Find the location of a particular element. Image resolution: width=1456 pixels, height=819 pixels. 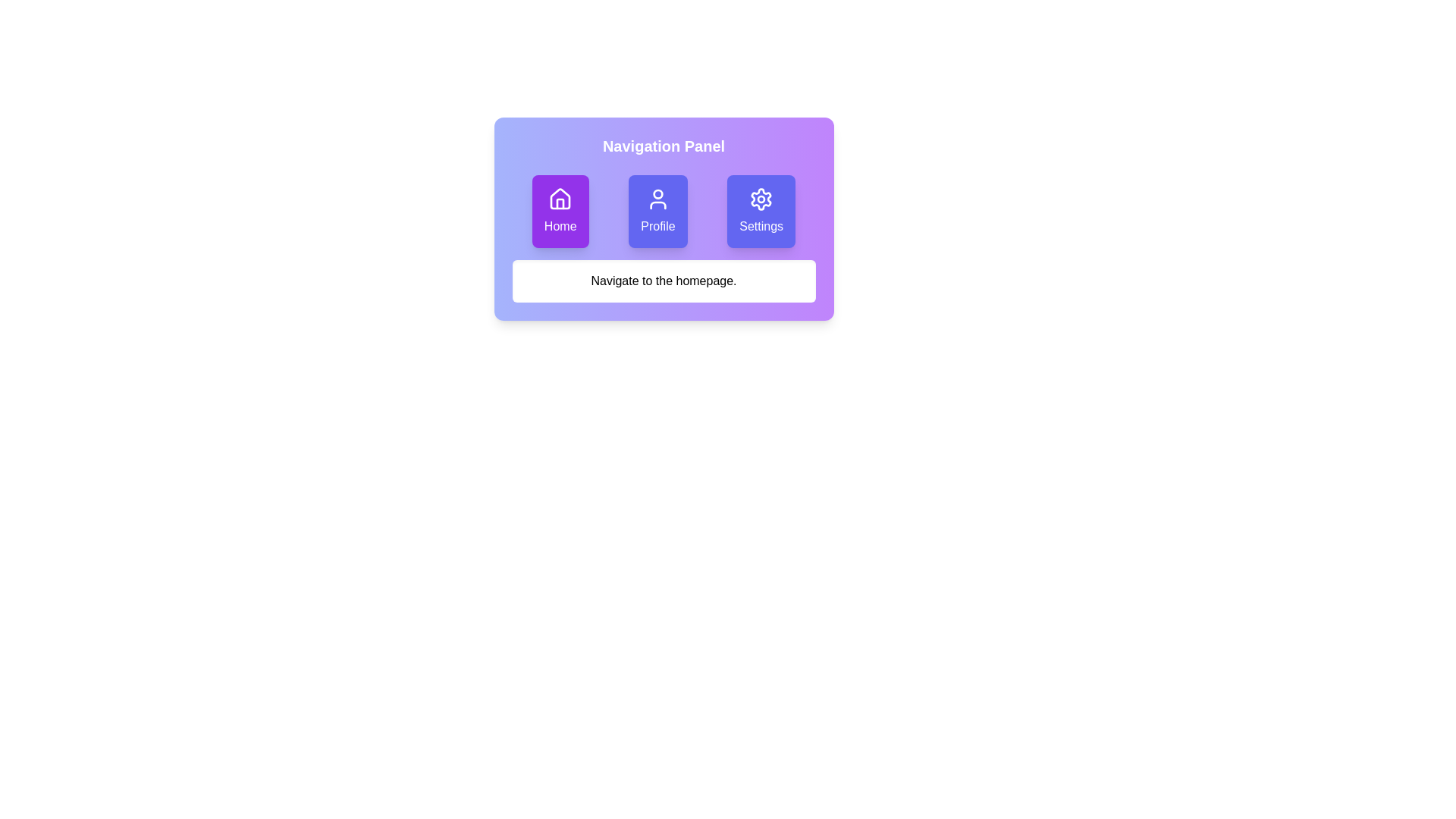

the Profile tab to view its description is located at coordinates (657, 211).